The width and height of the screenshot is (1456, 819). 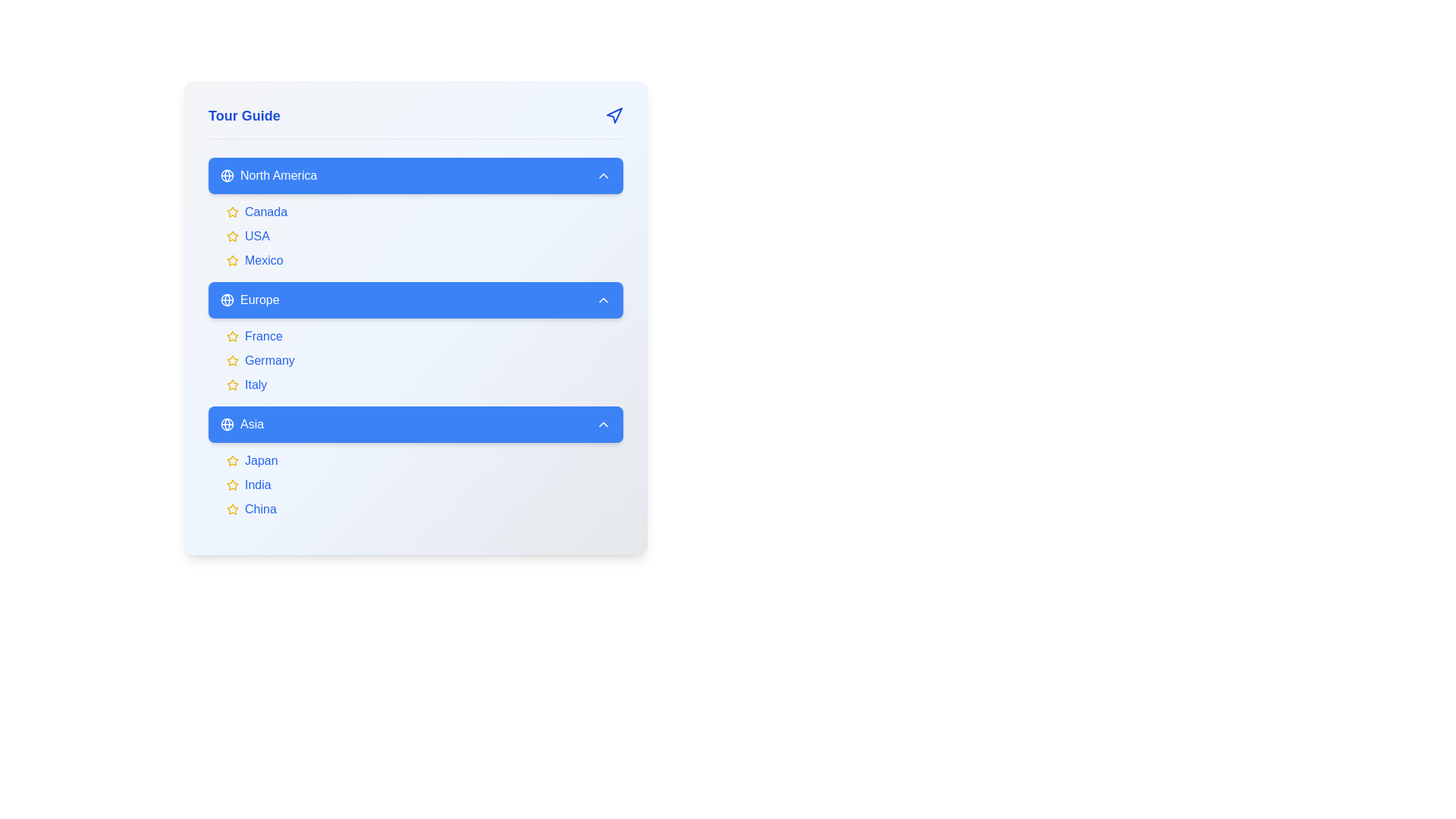 What do you see at coordinates (232, 259) in the screenshot?
I see `the star icon that serves as a favorite or rating marker for the 'Mexico' entry in the 'North America' section of the categorized list` at bounding box center [232, 259].